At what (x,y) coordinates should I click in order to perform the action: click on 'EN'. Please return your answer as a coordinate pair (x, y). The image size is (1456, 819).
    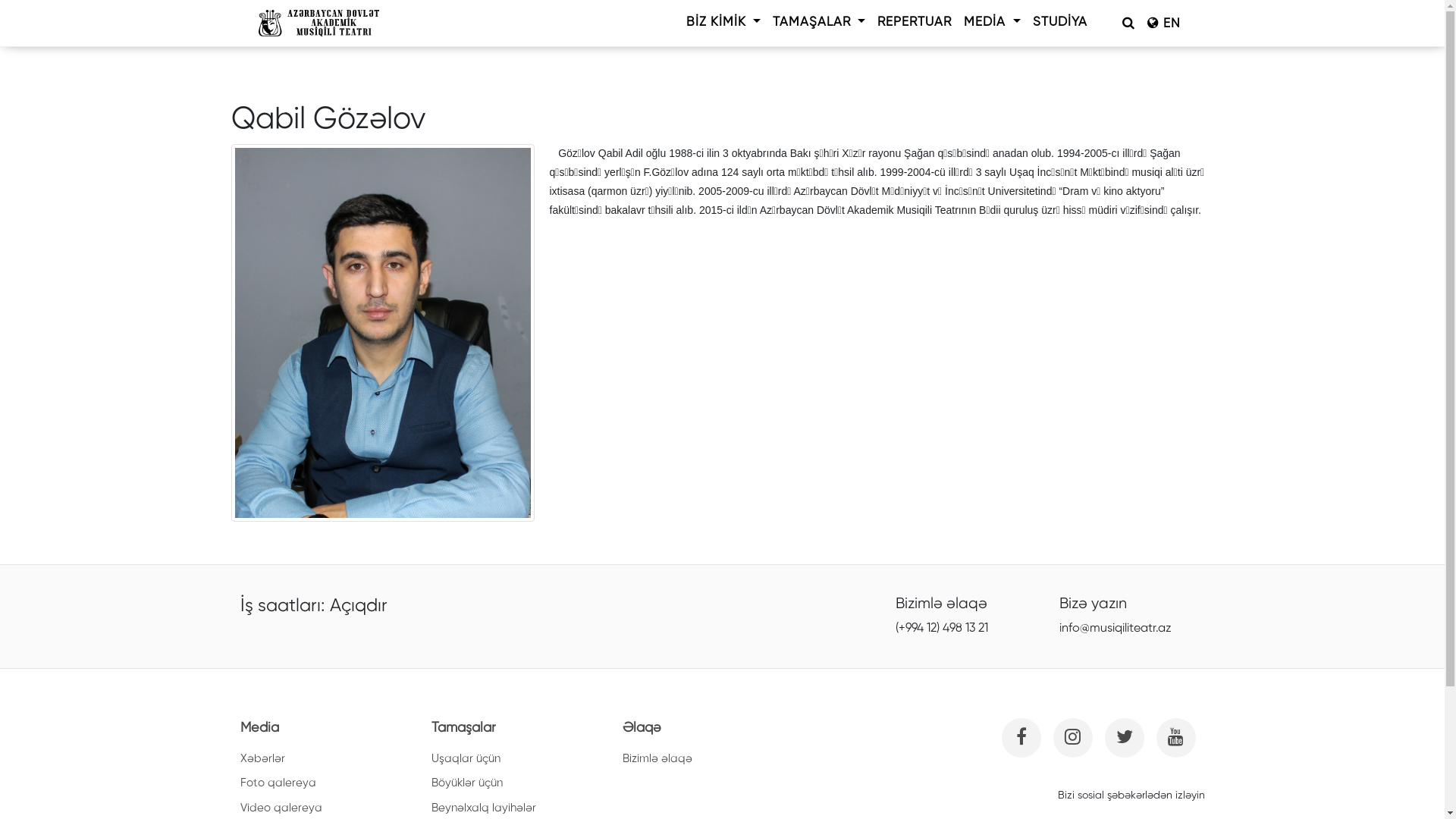
    Looking at the image, I should click on (1163, 23).